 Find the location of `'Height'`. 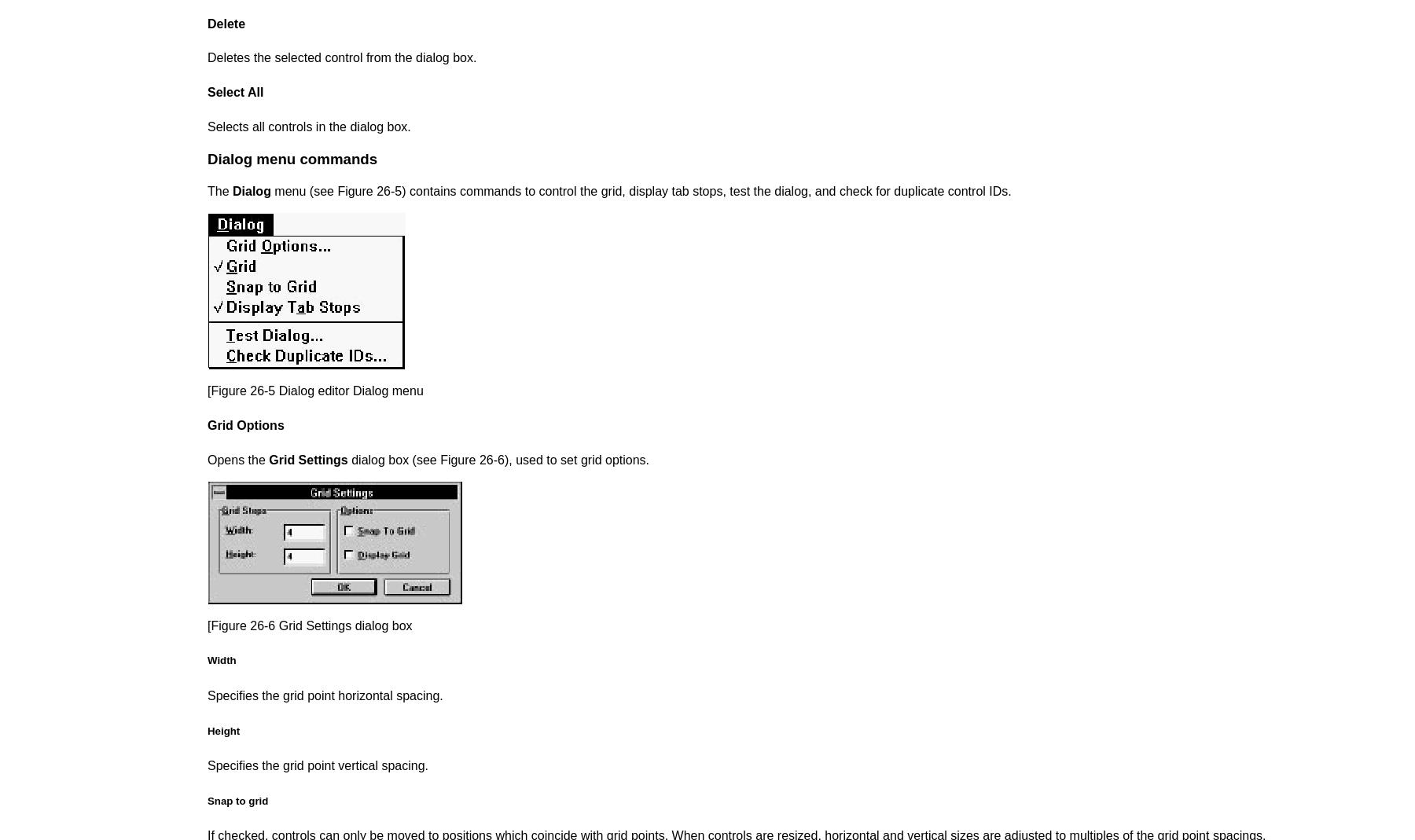

'Height' is located at coordinates (222, 729).